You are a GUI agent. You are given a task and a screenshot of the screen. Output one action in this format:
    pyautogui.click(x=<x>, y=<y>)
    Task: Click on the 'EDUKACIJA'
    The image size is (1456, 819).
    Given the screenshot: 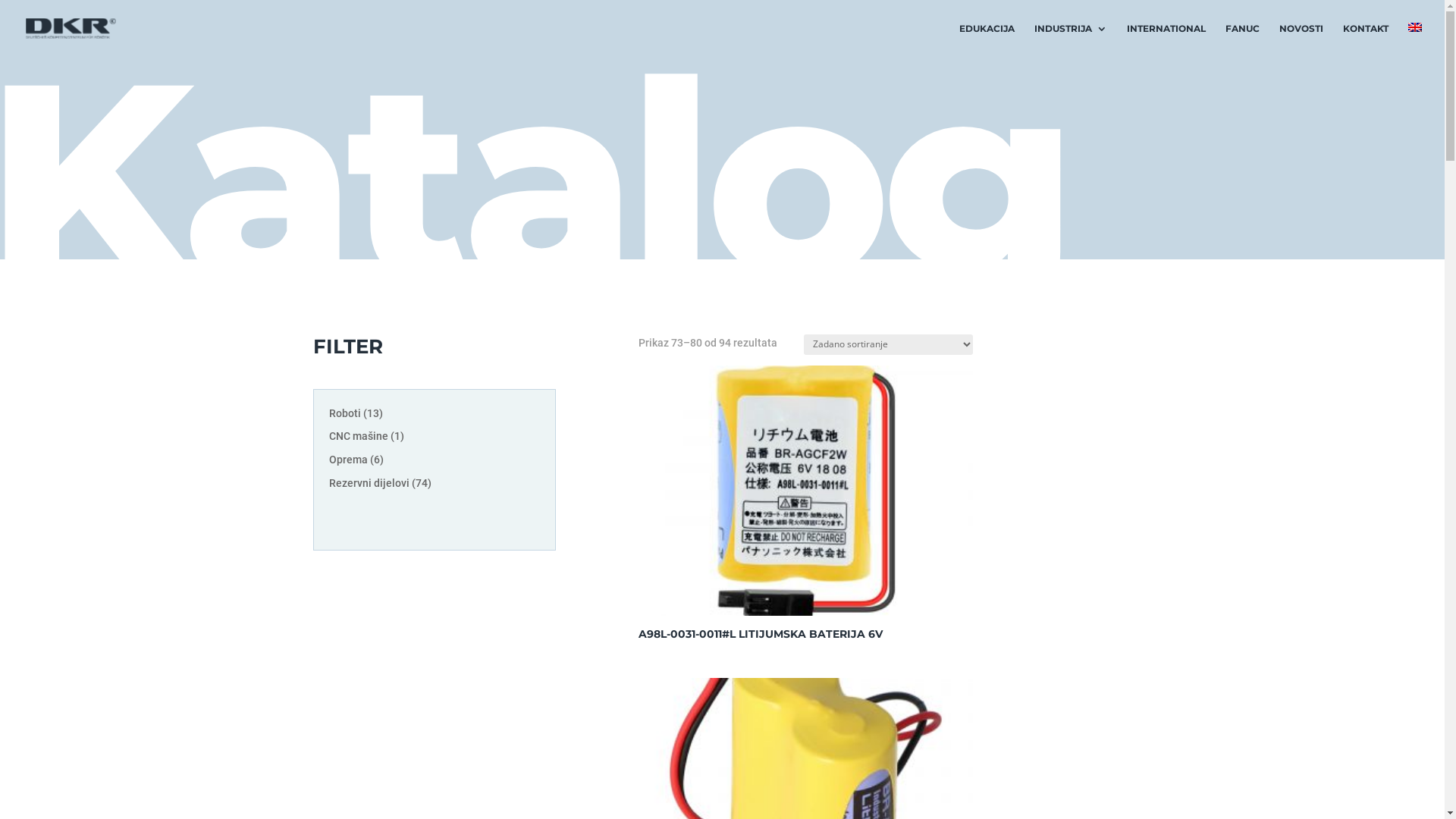 What is the action you would take?
    pyautogui.click(x=987, y=39)
    